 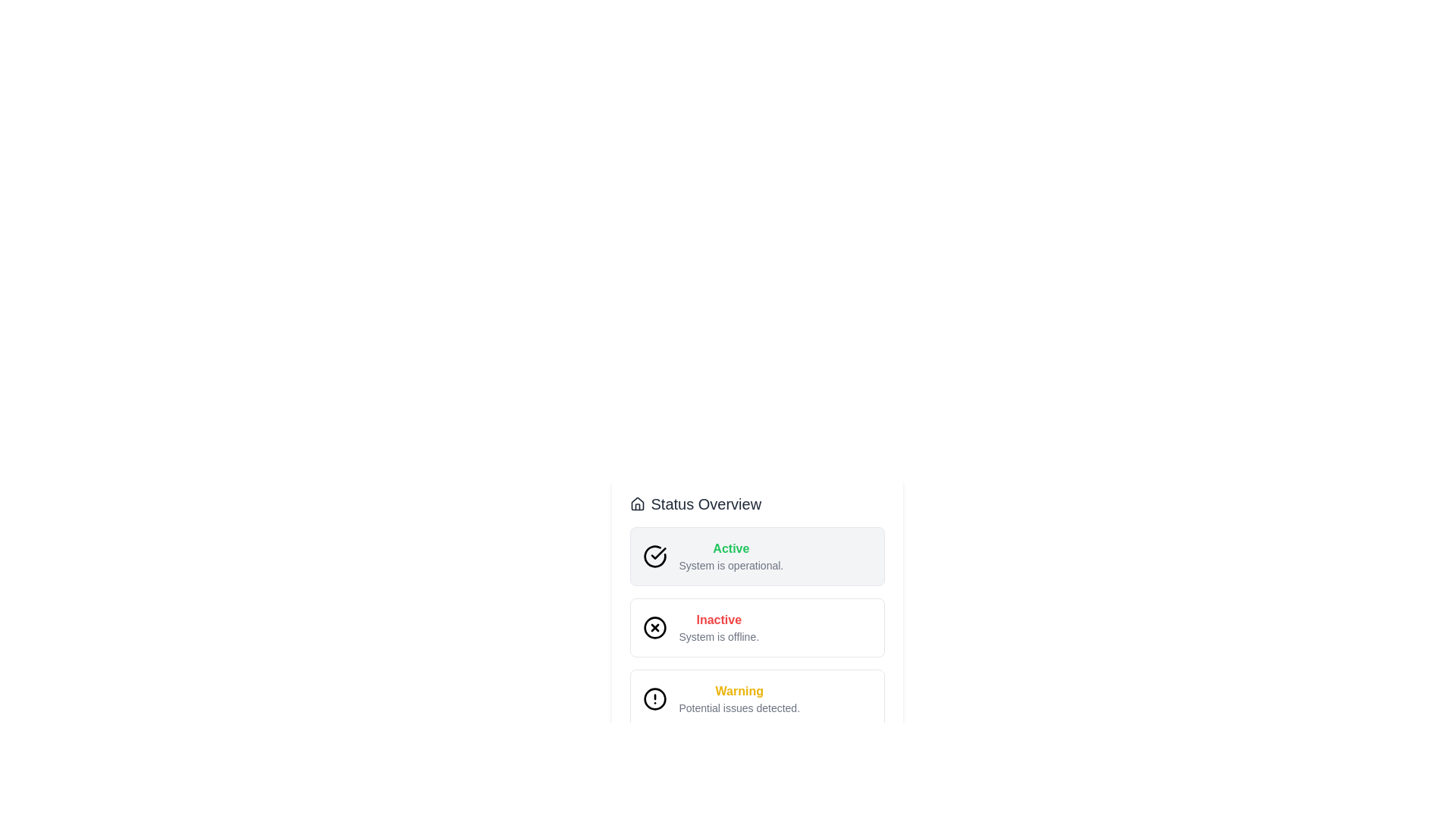 What do you see at coordinates (739, 708) in the screenshot?
I see `the warning message text label located beneath the 'Warning' label in the status overview section` at bounding box center [739, 708].